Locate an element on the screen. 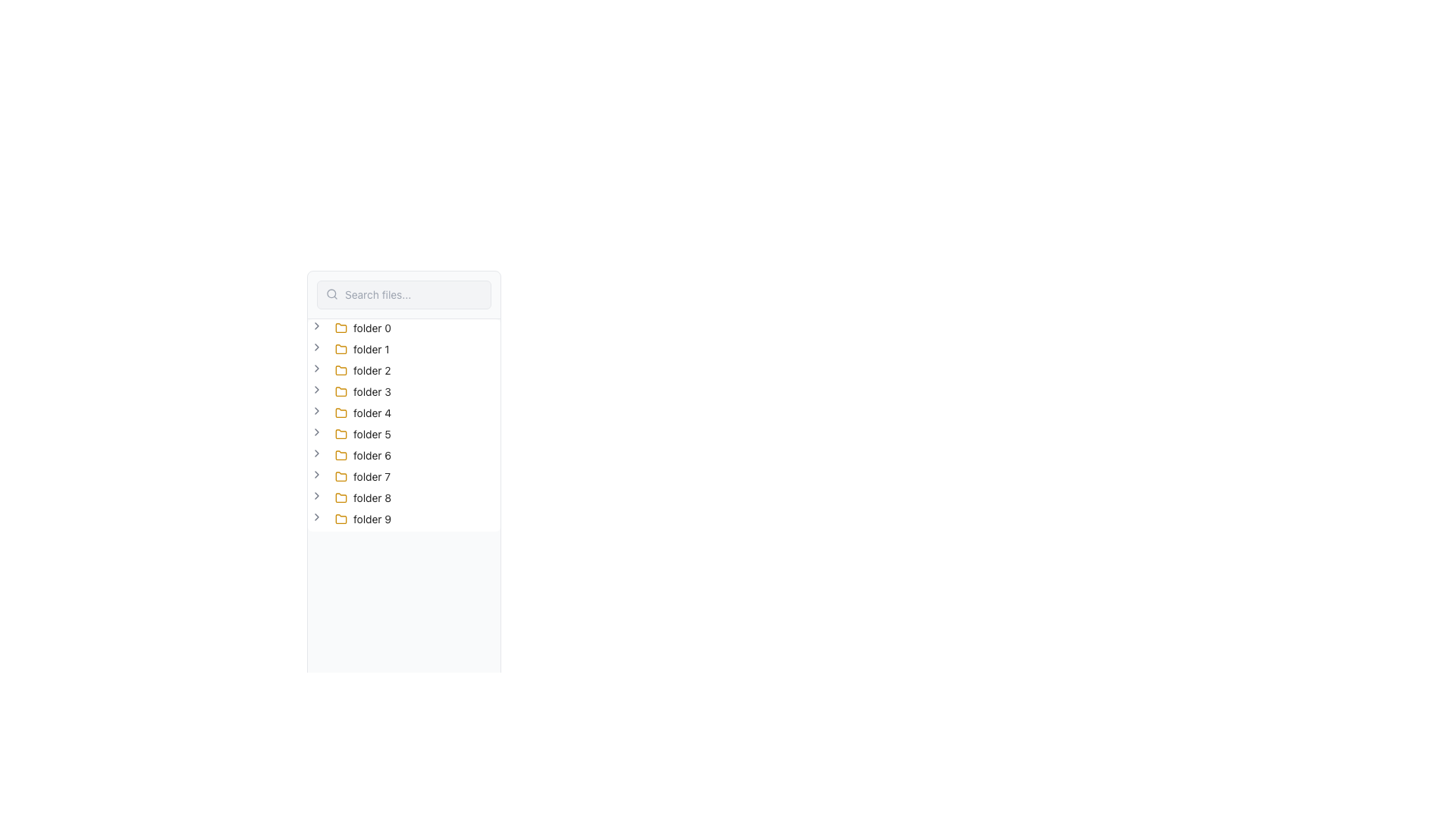  the text label 'folder 6' in the tree navigation menu, which is styled in a standard sans-serif font and is the 7th entry in the list is located at coordinates (362, 455).